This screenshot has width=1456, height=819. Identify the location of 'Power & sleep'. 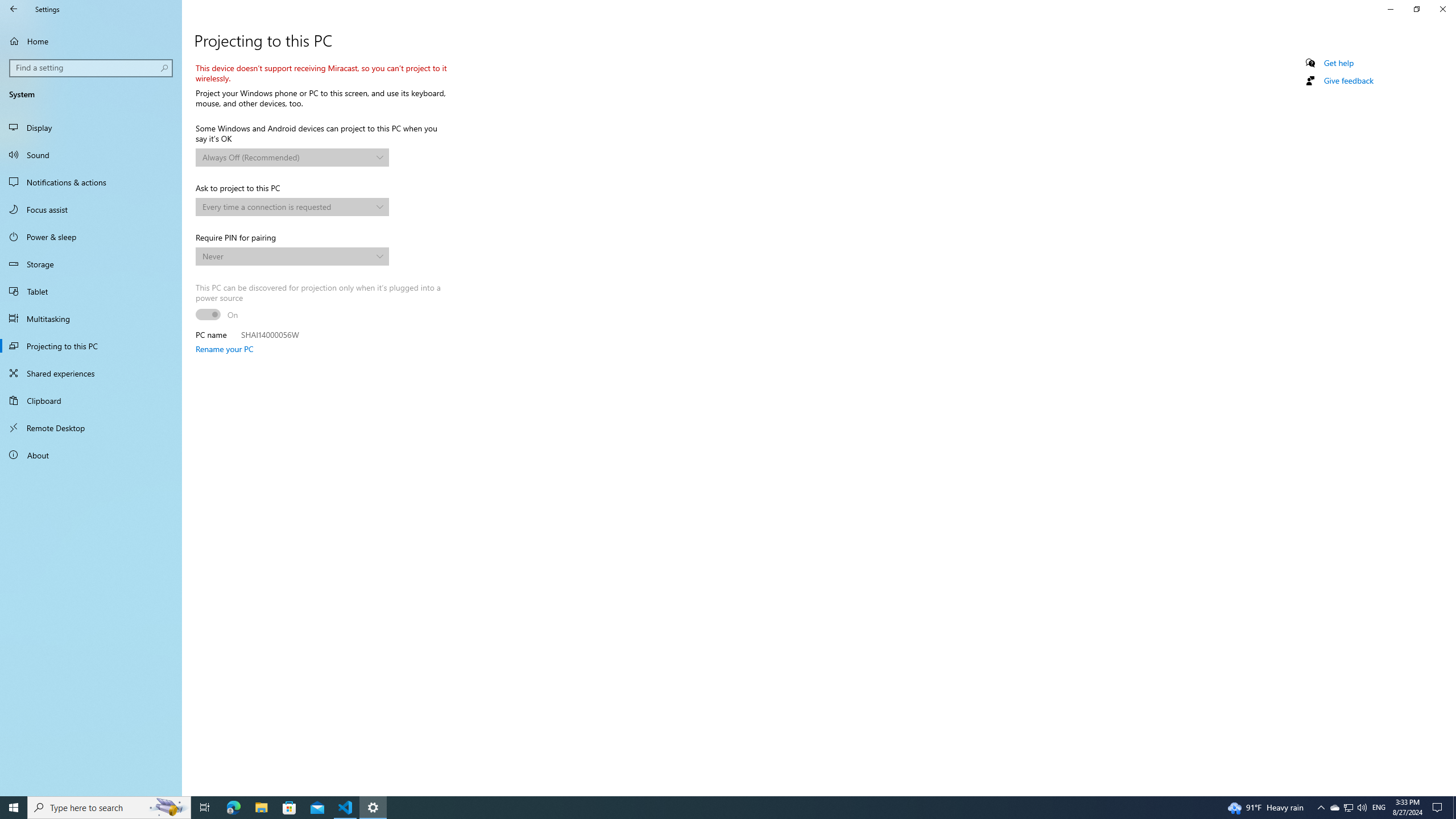
(90, 236).